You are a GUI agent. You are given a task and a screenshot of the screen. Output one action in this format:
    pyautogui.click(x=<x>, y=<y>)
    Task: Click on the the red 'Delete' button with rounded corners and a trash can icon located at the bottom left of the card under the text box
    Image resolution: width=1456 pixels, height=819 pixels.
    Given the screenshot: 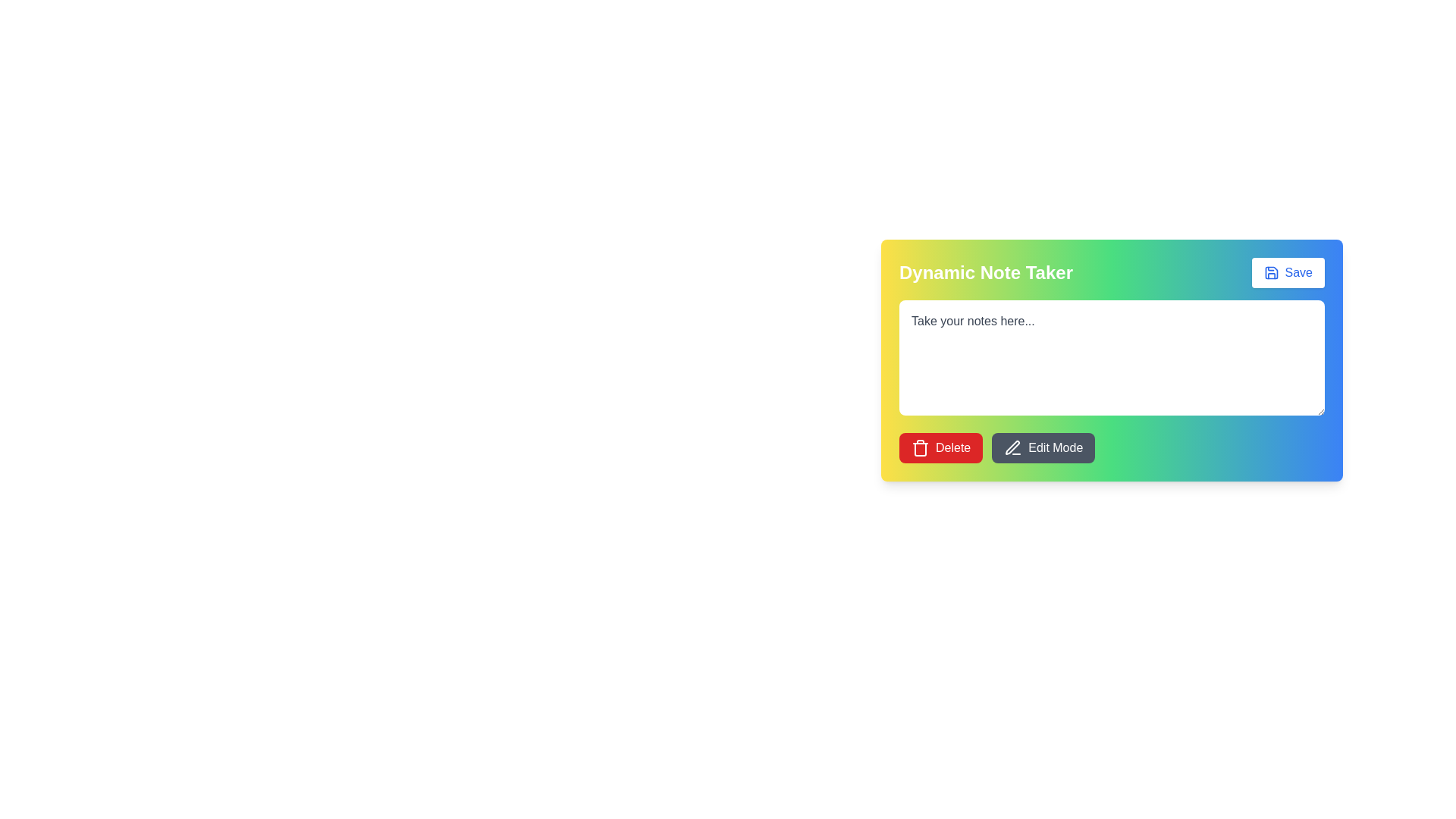 What is the action you would take?
    pyautogui.click(x=940, y=447)
    